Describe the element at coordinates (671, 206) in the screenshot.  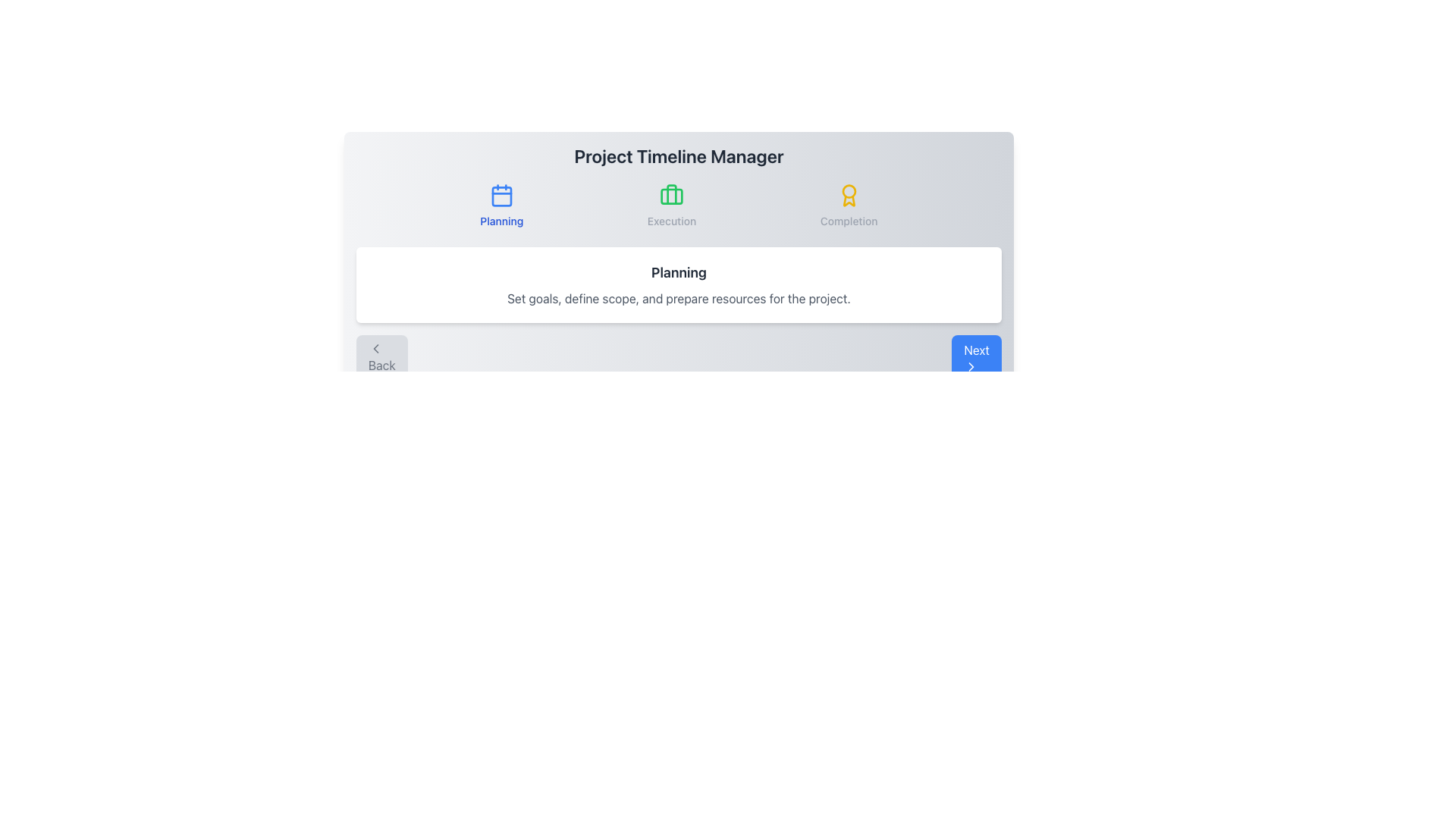
I see `the second navigation item labeled 'Execution', which features a green briefcase icon above the gray text 'Execution'` at that location.